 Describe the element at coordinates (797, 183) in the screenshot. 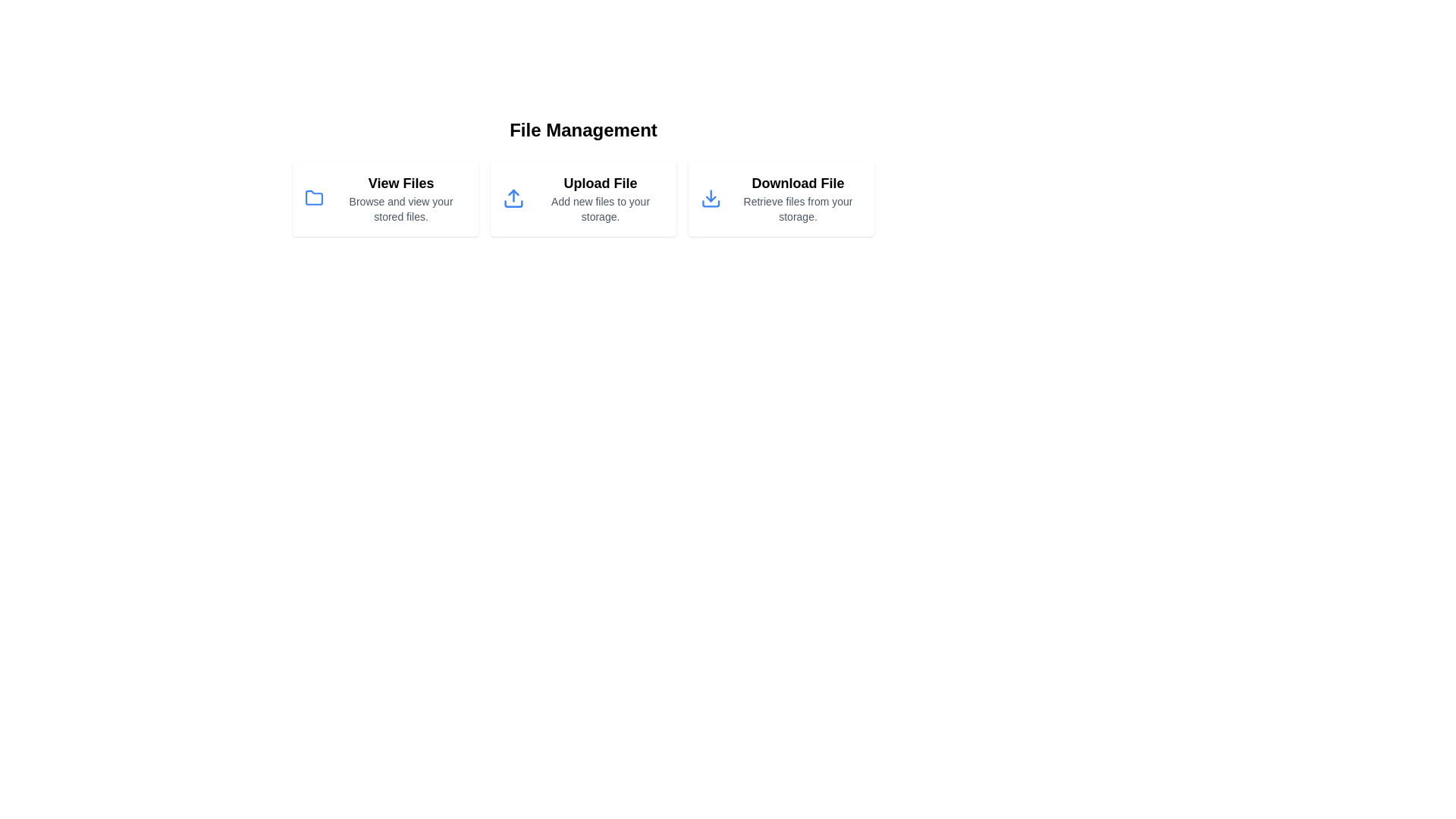

I see `the 'Download File' text label, which is styled with a larger font size and bold weight, located in the rightmost section of a three-column grid layout` at that location.